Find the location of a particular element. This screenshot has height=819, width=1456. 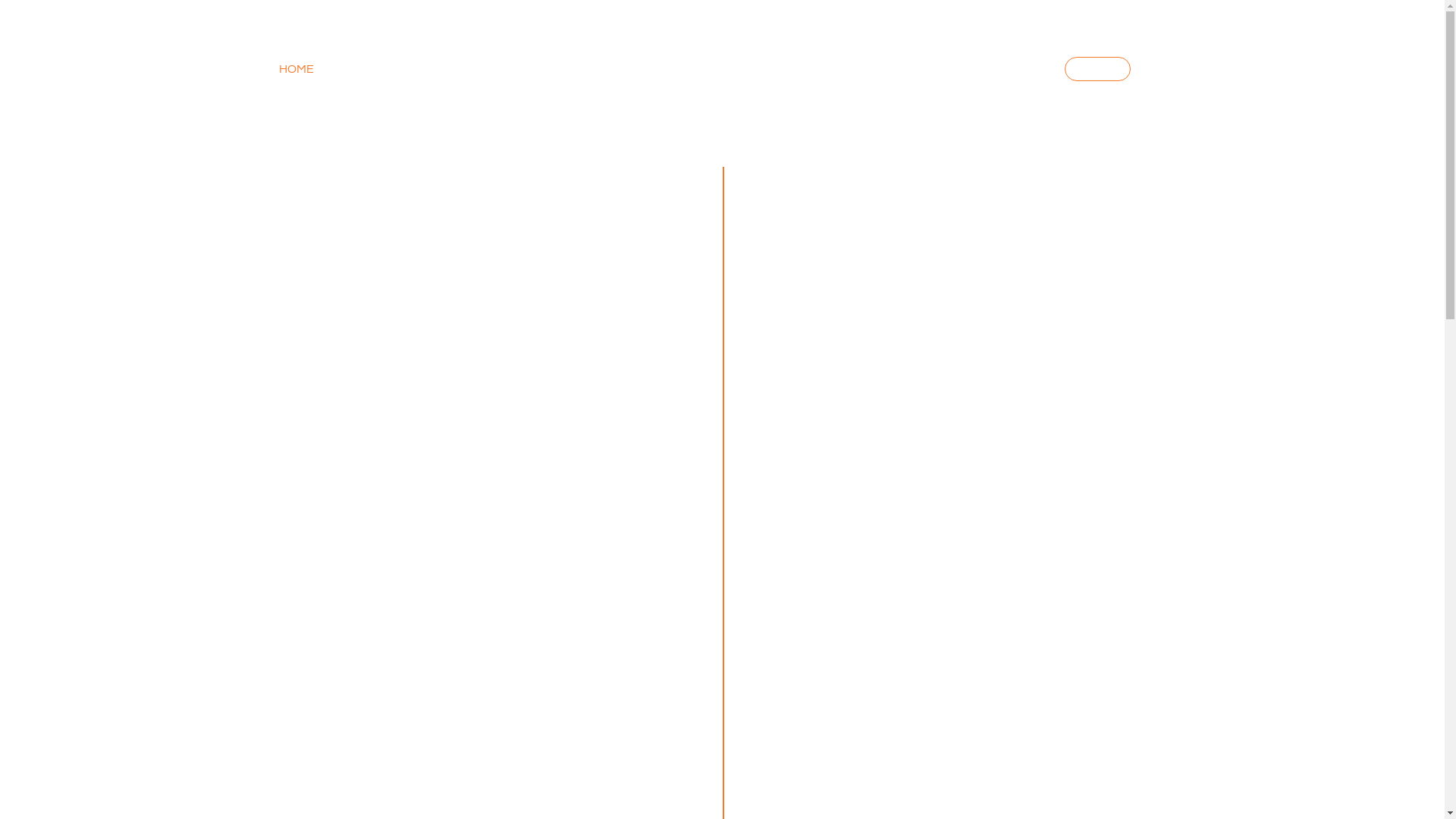

'ONS AANBOD' is located at coordinates (344, 69).